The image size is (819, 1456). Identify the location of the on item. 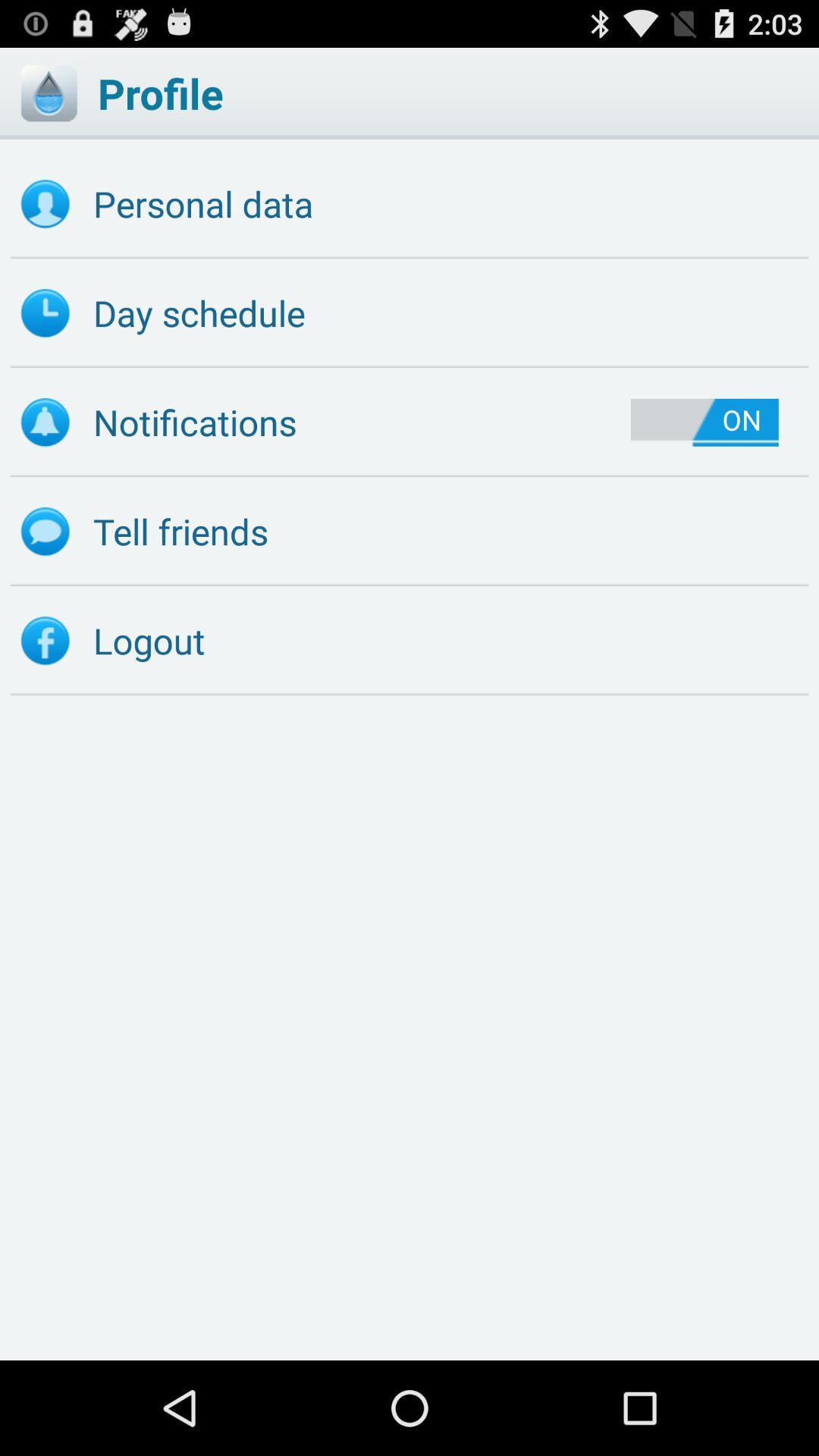
(704, 422).